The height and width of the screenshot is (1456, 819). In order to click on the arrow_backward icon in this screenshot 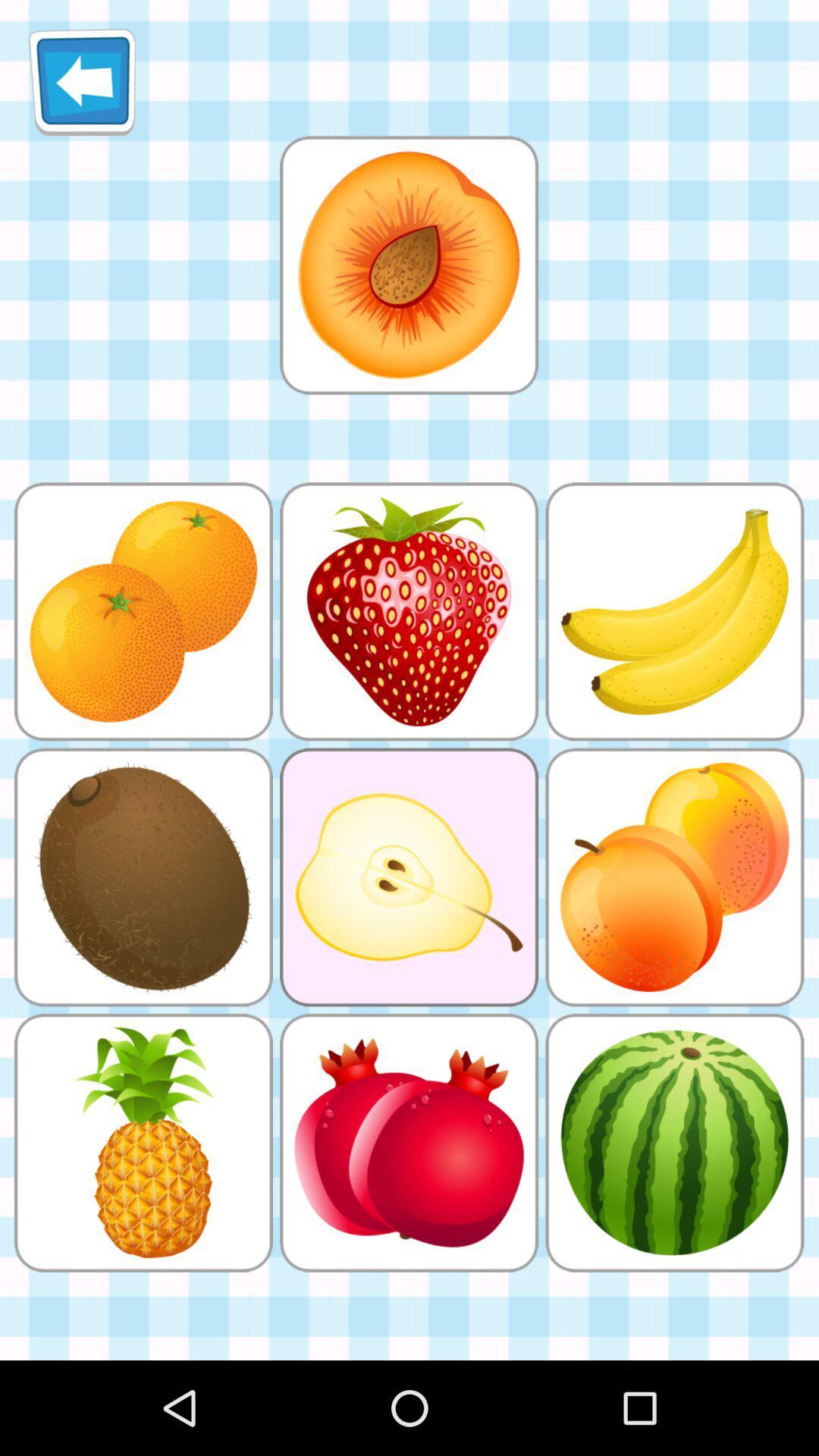, I will do `click(82, 87)`.